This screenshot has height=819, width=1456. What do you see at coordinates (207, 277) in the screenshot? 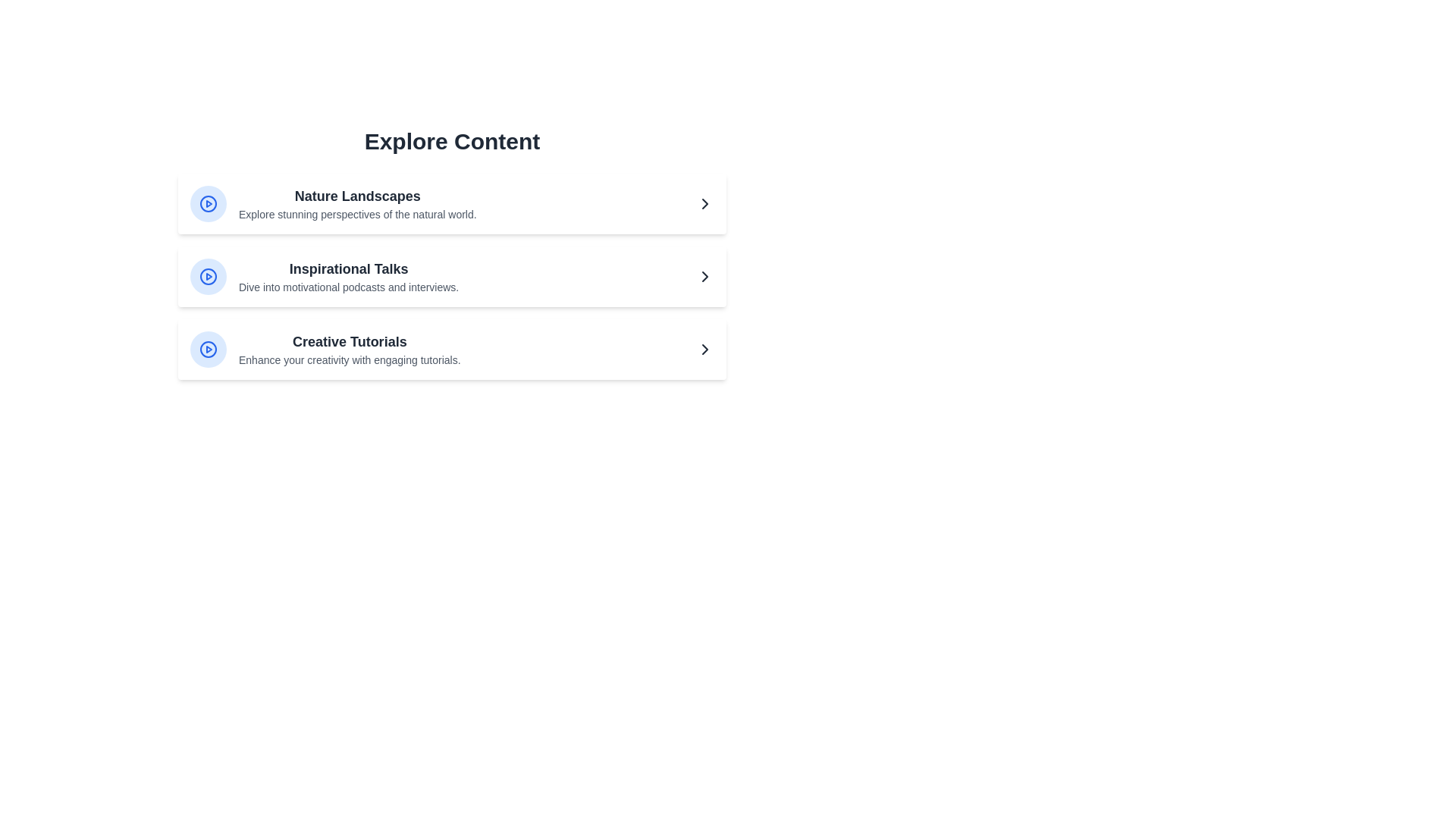
I see `the play button for the content item titled 'Inspirational Talks'` at bounding box center [207, 277].